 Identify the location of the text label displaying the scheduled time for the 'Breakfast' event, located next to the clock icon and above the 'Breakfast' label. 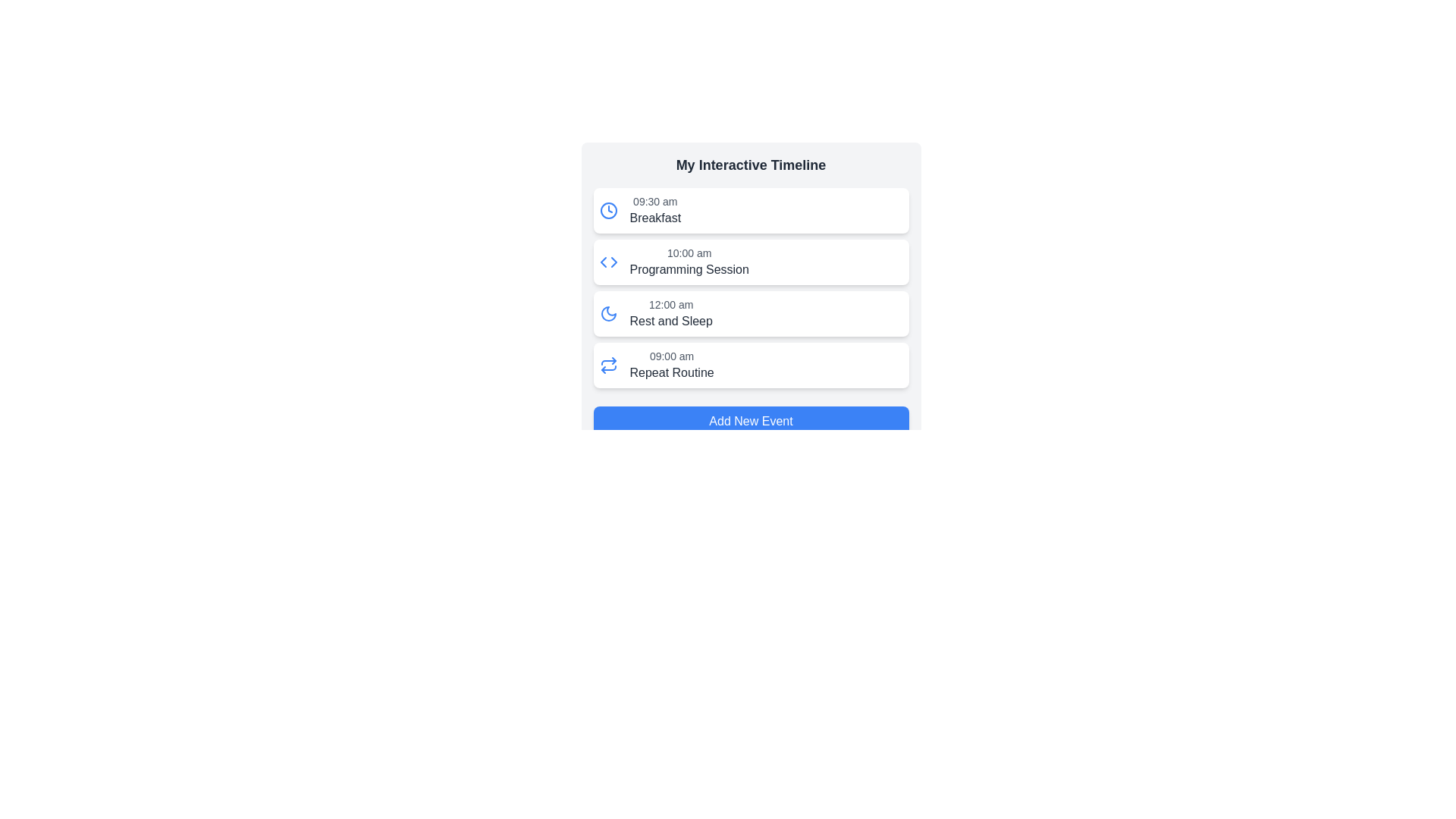
(655, 201).